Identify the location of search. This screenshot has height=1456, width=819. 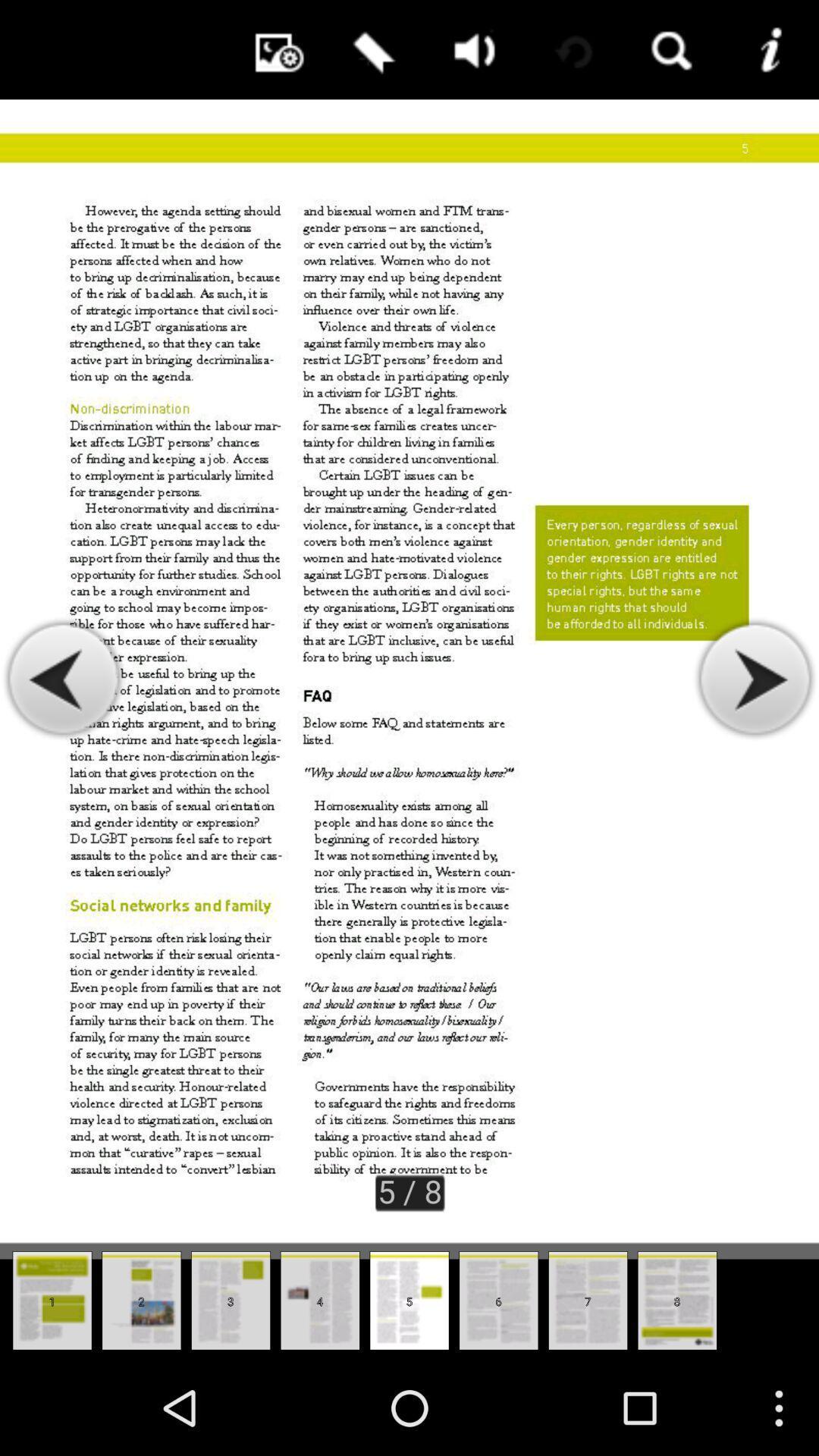
(669, 49).